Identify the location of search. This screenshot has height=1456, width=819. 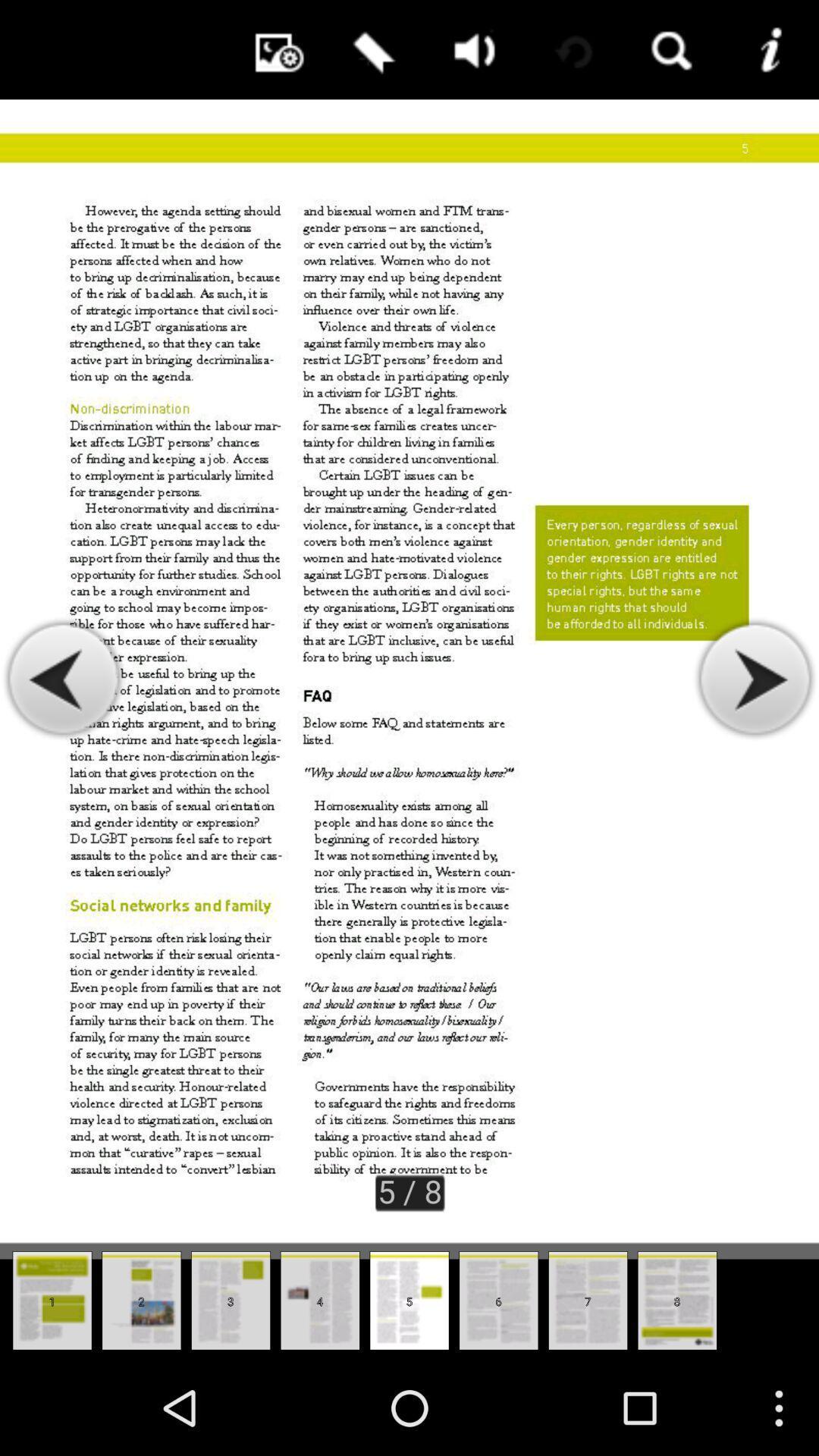
(669, 49).